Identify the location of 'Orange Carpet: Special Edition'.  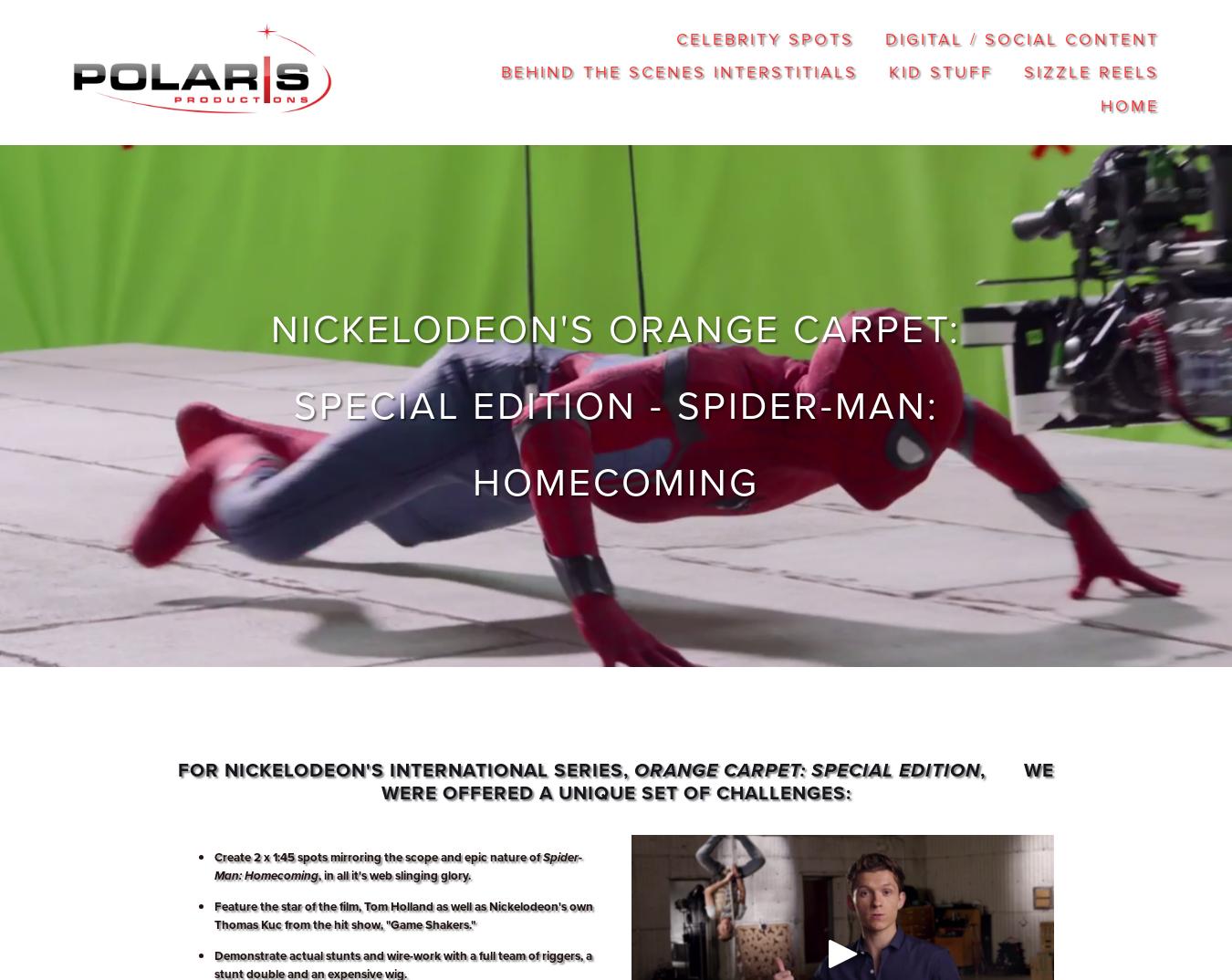
(632, 769).